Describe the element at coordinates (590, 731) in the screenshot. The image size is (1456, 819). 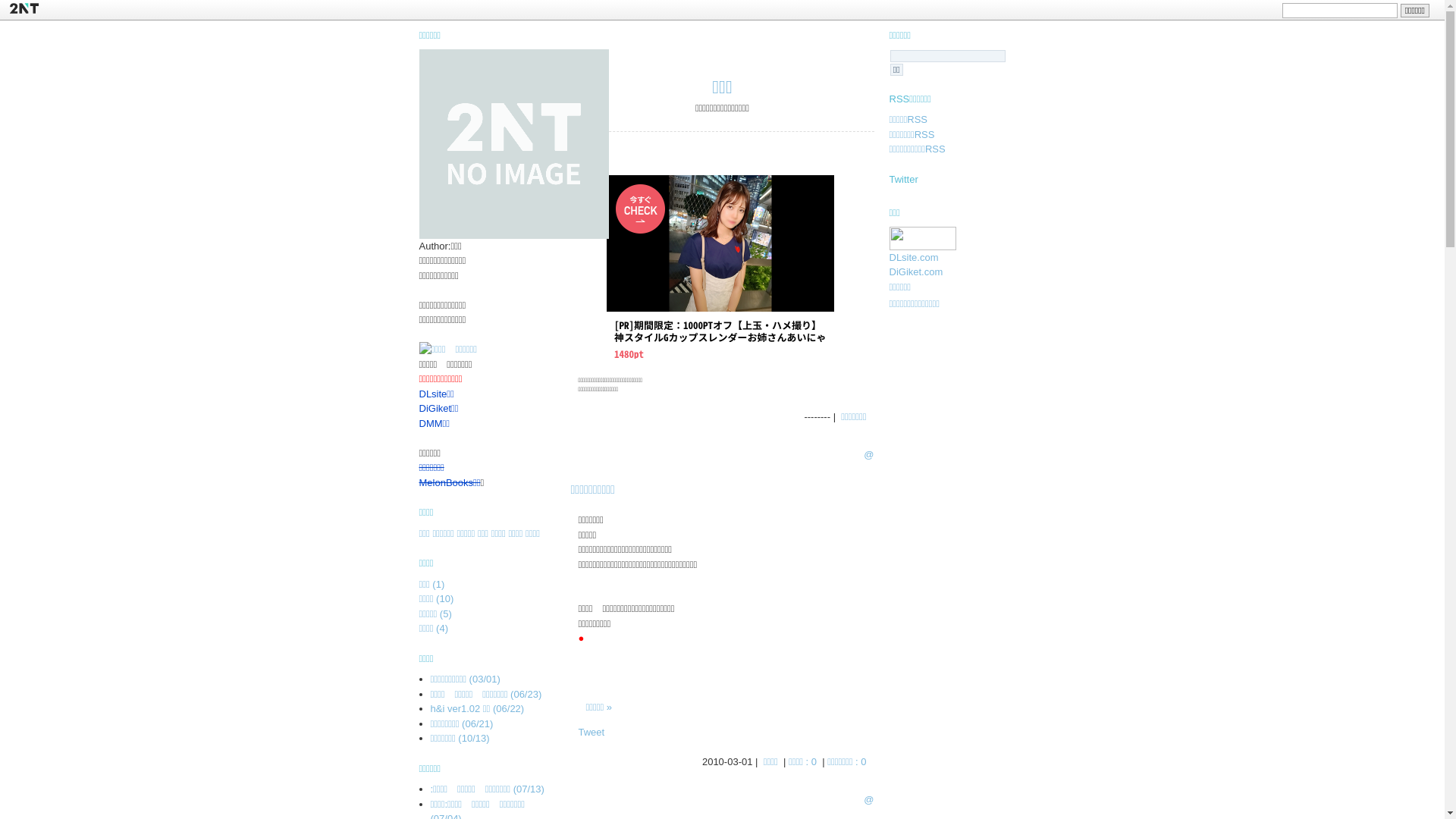
I see `'Tweet'` at that location.